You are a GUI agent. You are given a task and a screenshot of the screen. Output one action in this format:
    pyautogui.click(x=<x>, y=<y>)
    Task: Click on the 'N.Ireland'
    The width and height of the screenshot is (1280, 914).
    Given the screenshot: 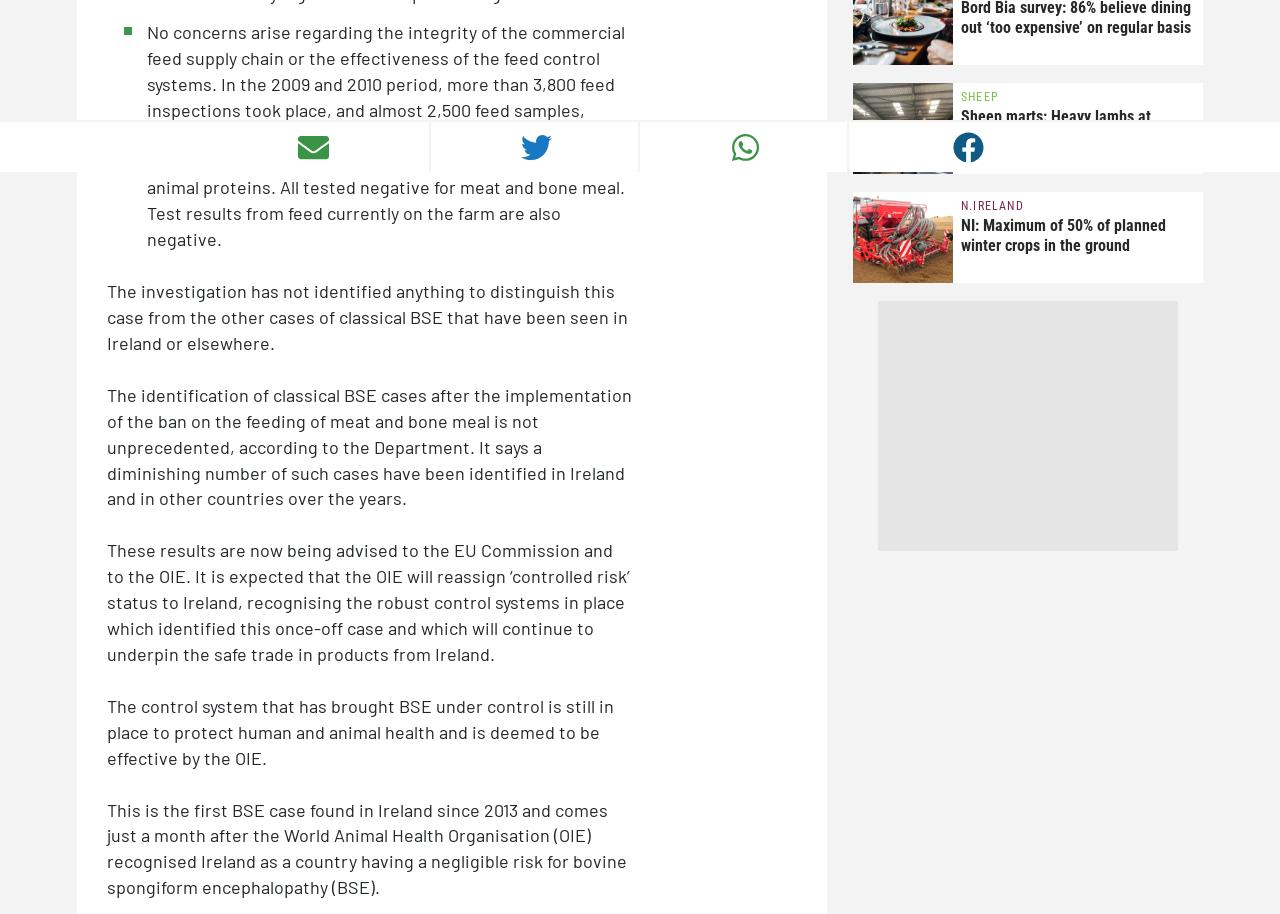 What is the action you would take?
    pyautogui.click(x=992, y=206)
    